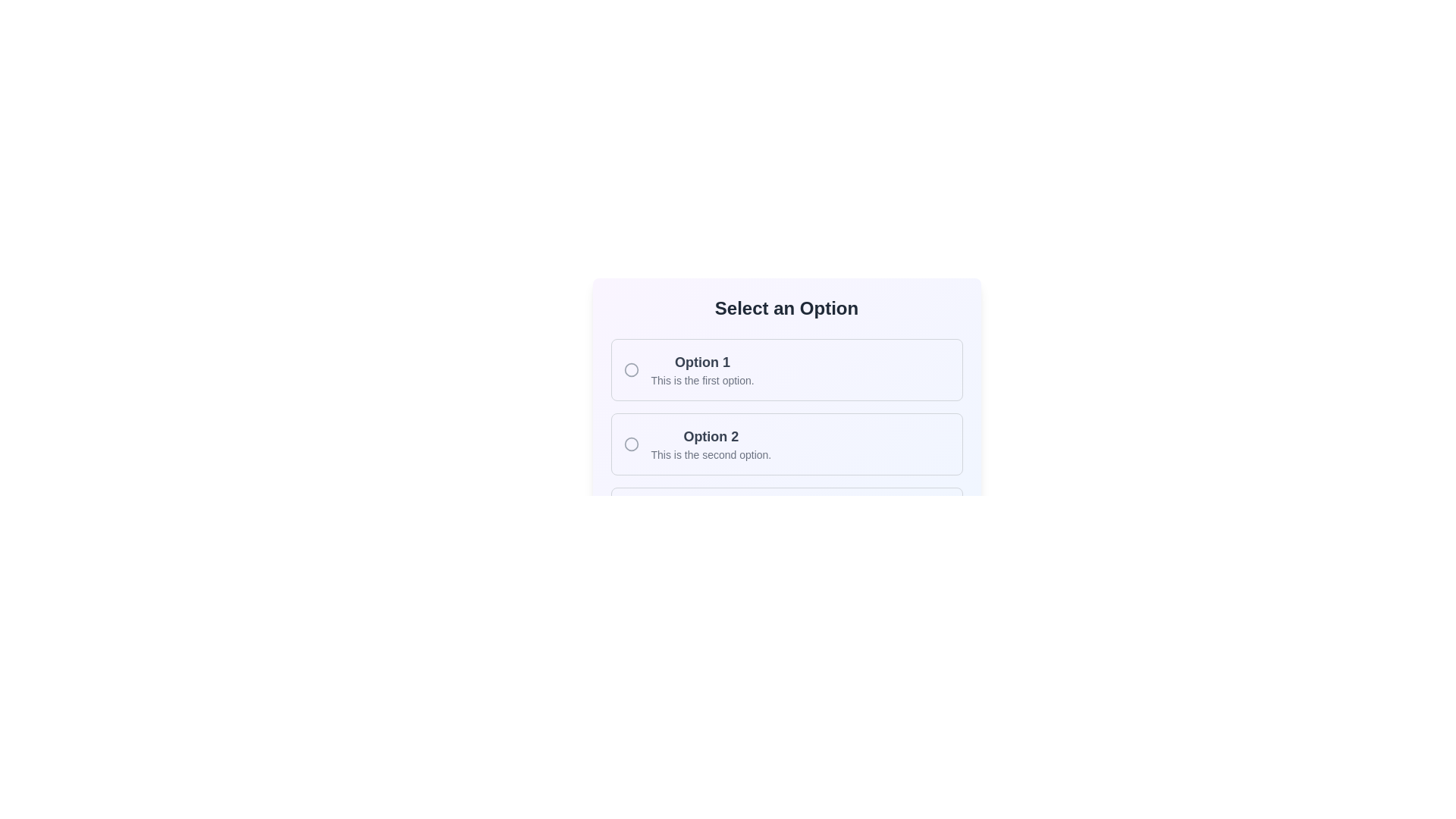  What do you see at coordinates (786, 377) in the screenshot?
I see `the radio button options in the 'Select an Option' form section` at bounding box center [786, 377].